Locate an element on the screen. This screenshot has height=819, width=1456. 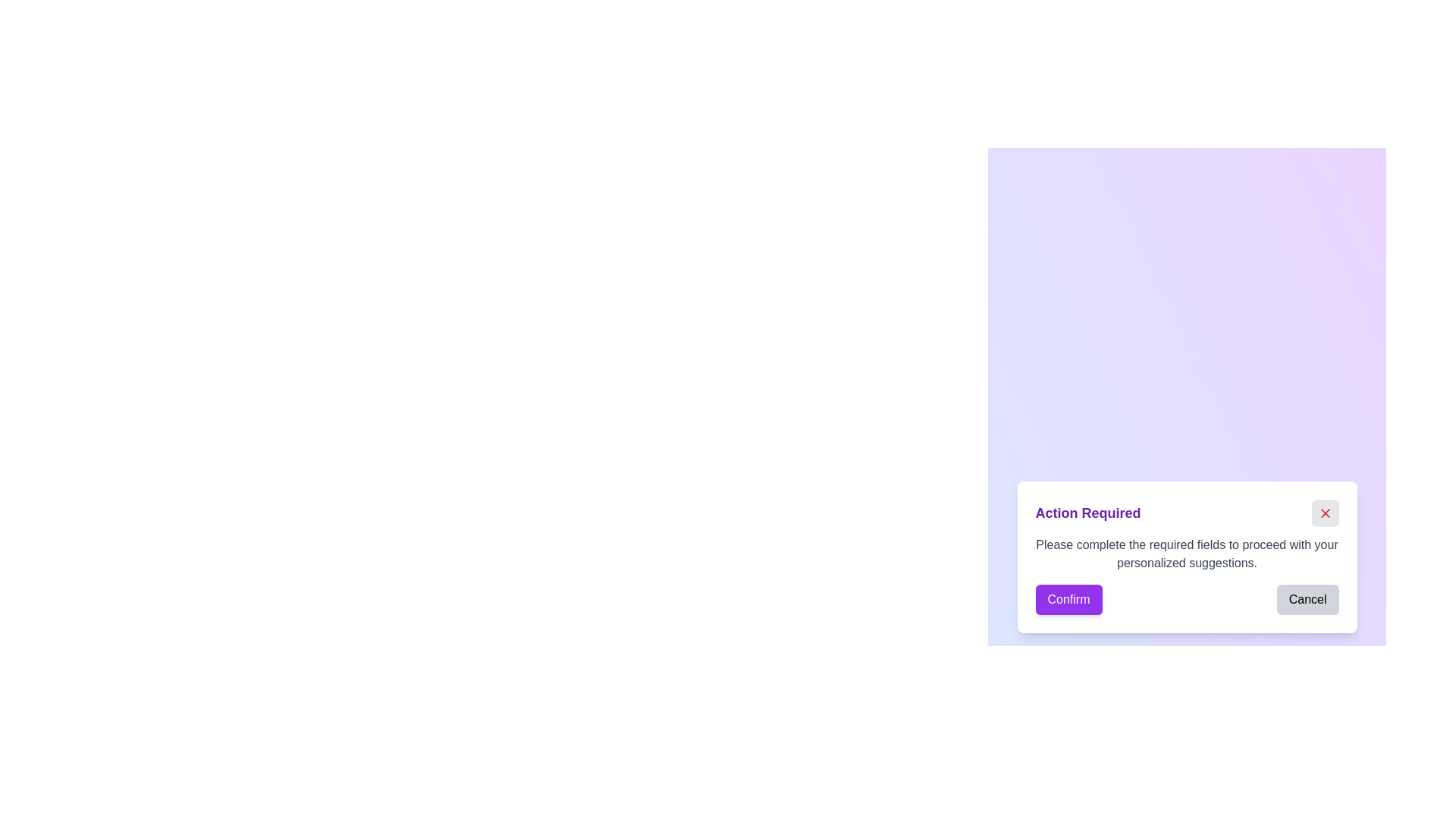
the close button located at the top-right corner of the dialog, next to the 'Action Required' title is located at coordinates (1324, 513).